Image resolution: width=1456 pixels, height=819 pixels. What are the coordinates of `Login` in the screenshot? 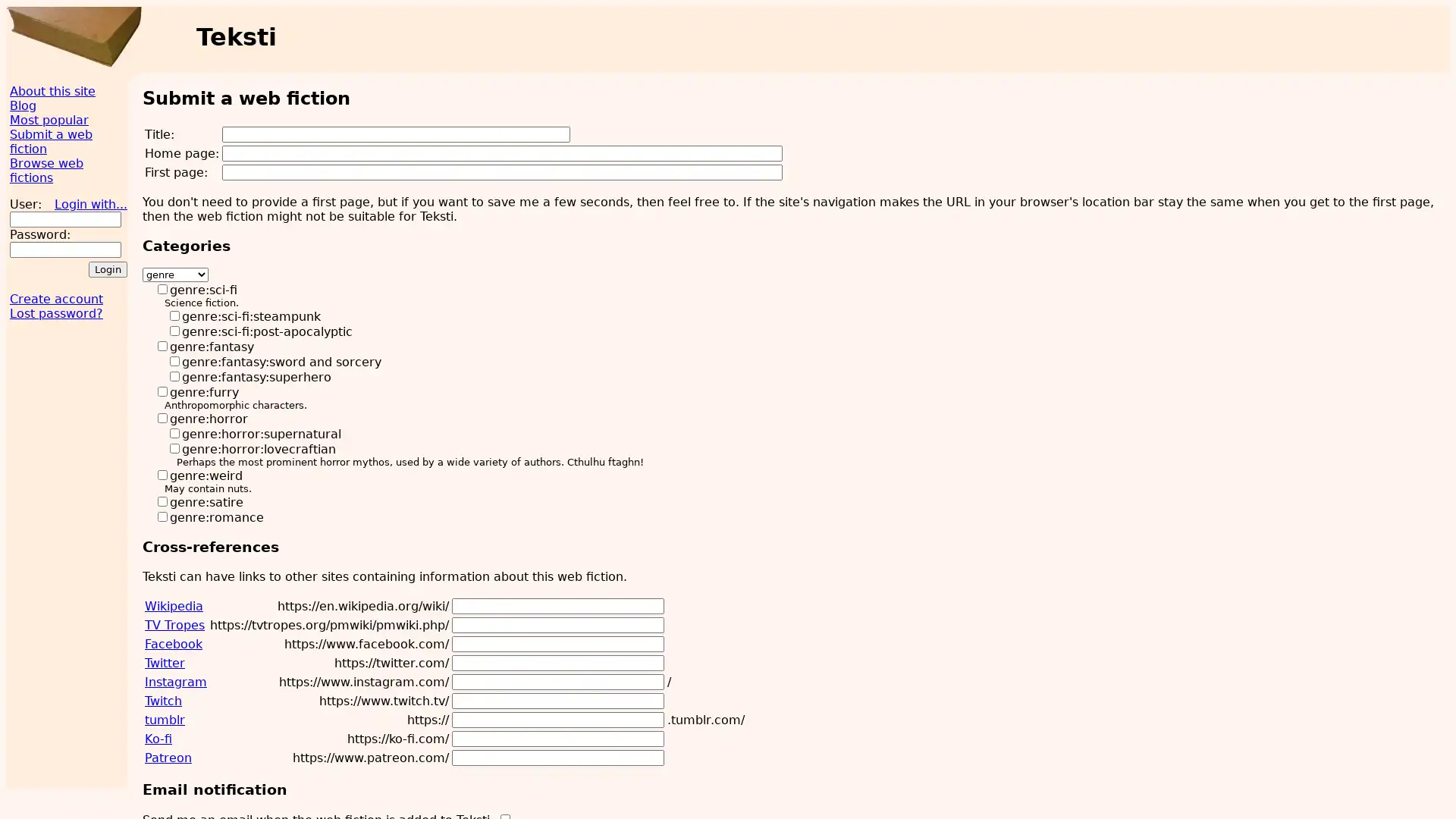 It's located at (107, 268).